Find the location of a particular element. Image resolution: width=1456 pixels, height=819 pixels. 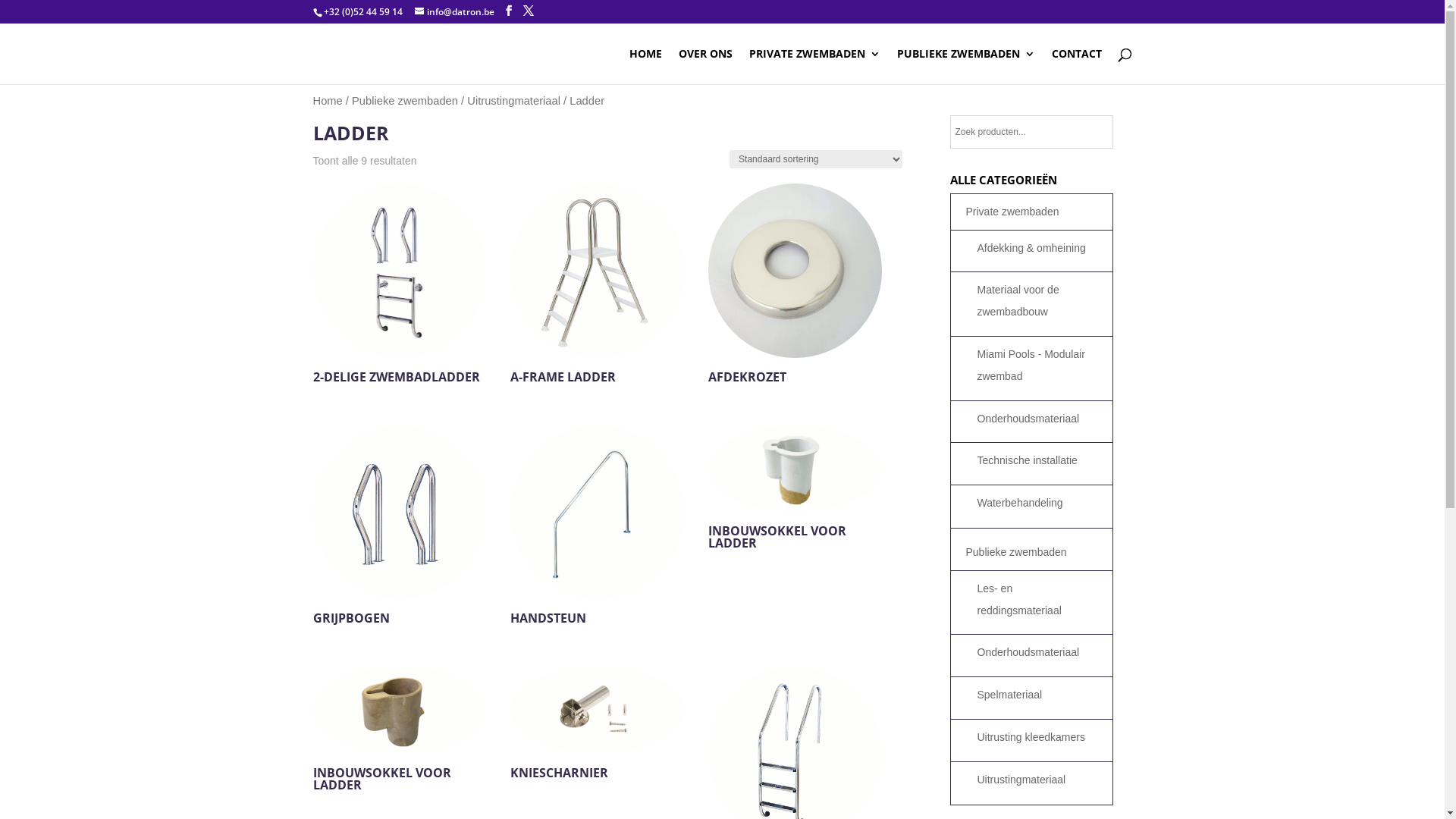

'Technische installatie' is located at coordinates (960, 460).